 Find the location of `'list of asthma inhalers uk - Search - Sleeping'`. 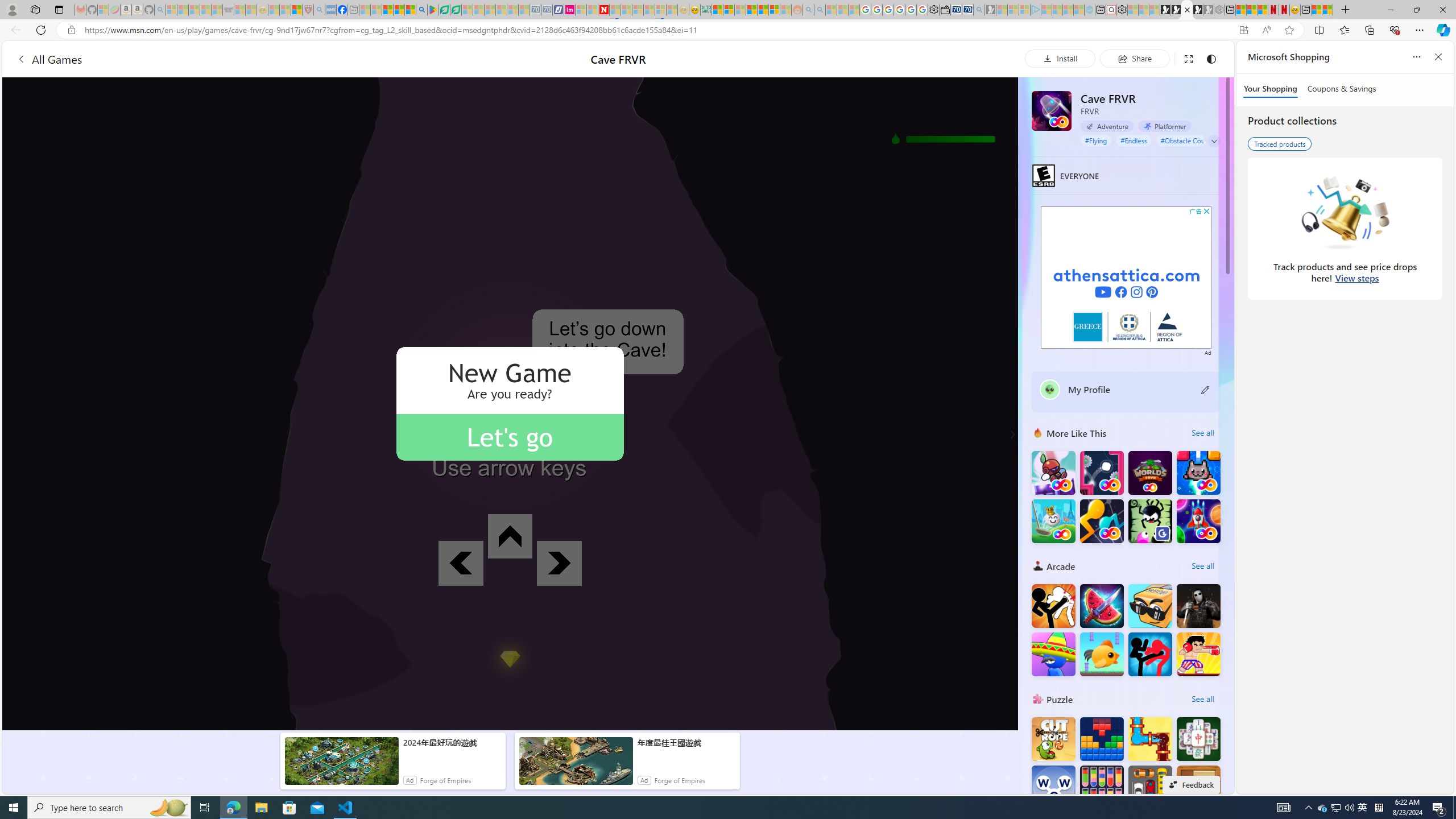

'list of asthma inhalers uk - Search - Sleeping' is located at coordinates (318, 9).